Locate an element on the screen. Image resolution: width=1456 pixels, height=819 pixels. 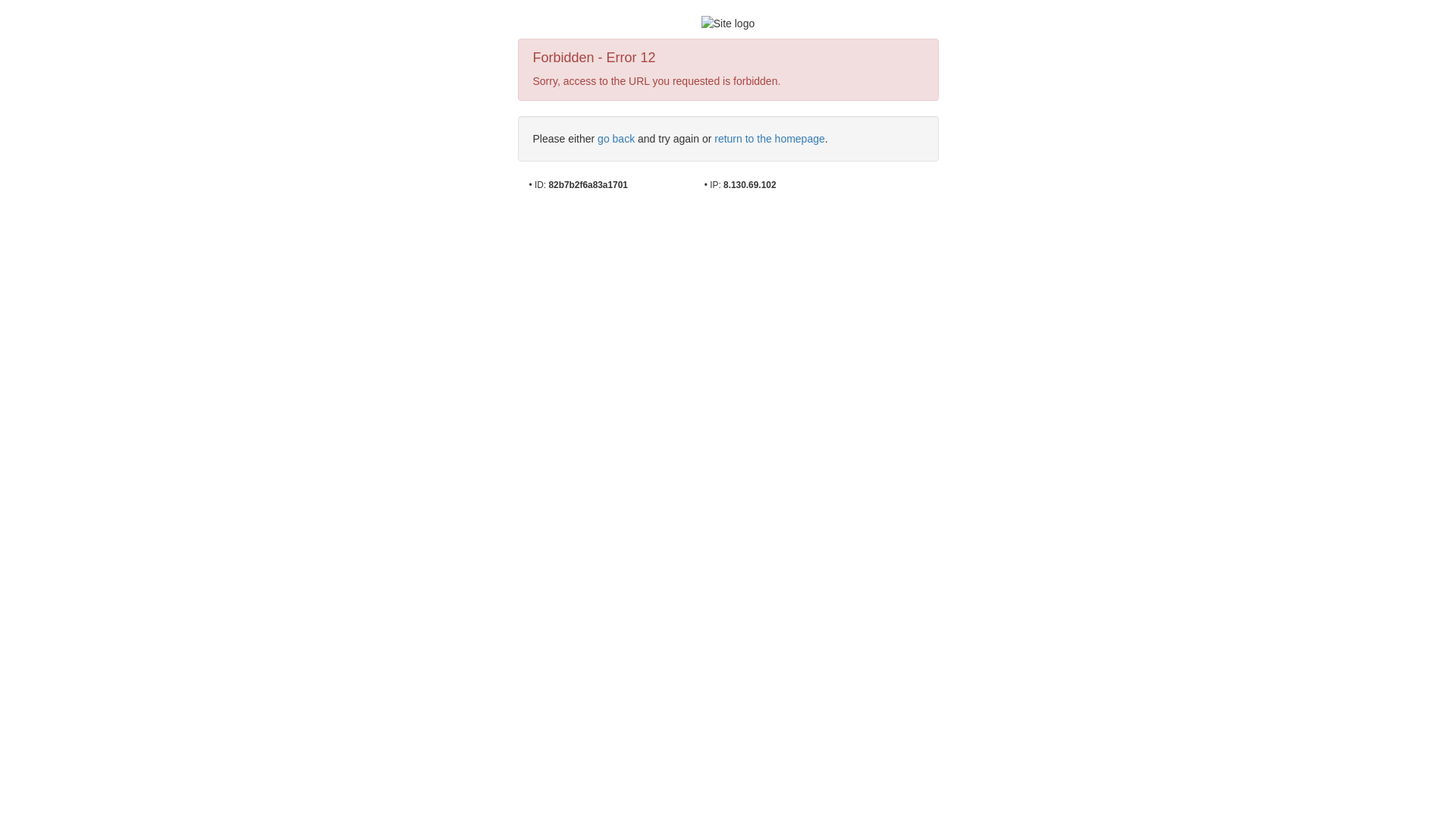
'return to the homepage' is located at coordinates (769, 138).